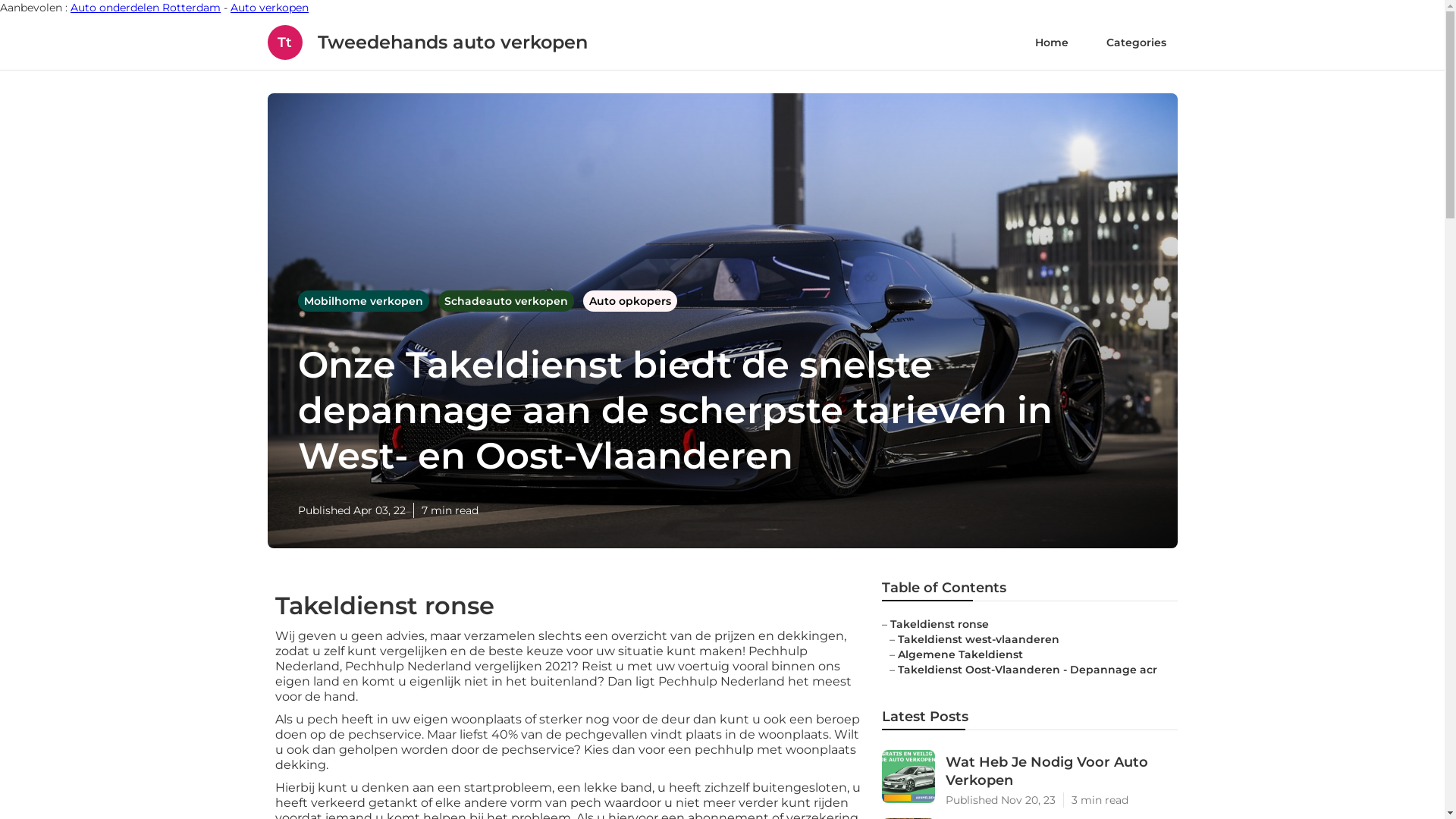  Describe the element at coordinates (297, 301) in the screenshot. I see `'Mobilhome verkopen'` at that location.